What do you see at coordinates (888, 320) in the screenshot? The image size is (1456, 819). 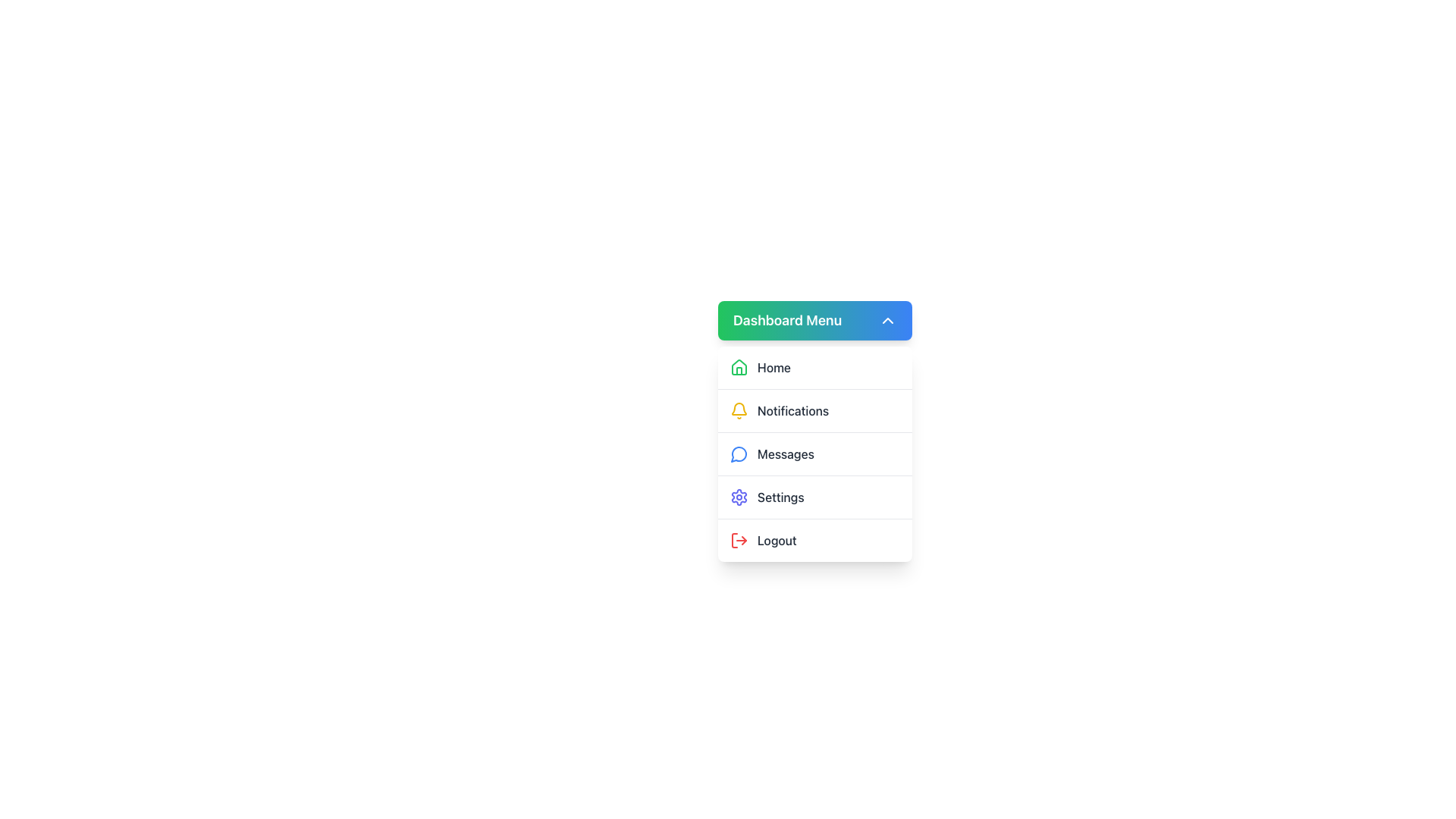 I see `the chevron direction indicator icon located at the far right of the 'Dashboard Menu' header to show the context menu` at bounding box center [888, 320].